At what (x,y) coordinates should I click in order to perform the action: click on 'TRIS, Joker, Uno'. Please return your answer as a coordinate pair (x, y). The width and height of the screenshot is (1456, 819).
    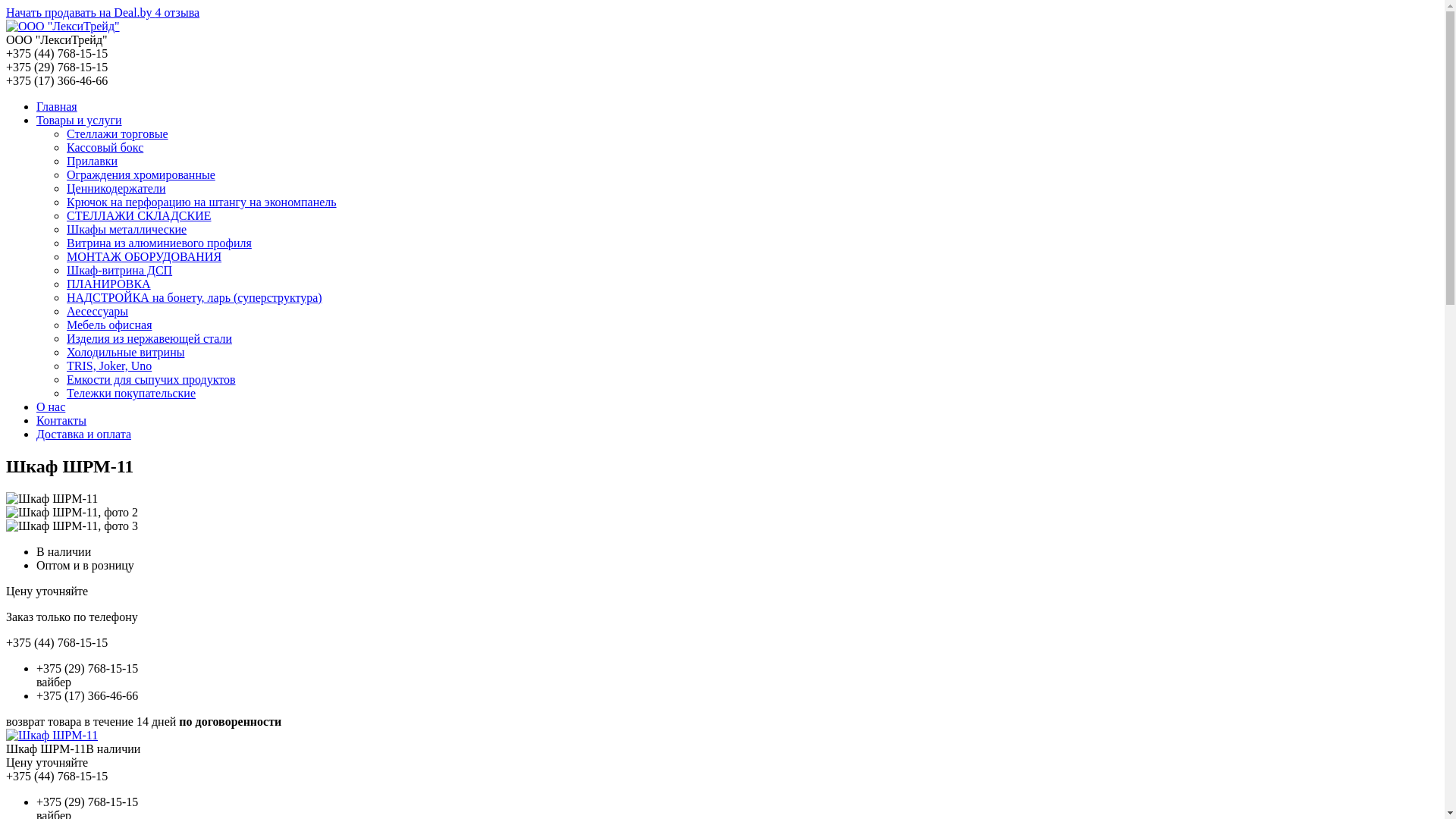
    Looking at the image, I should click on (108, 366).